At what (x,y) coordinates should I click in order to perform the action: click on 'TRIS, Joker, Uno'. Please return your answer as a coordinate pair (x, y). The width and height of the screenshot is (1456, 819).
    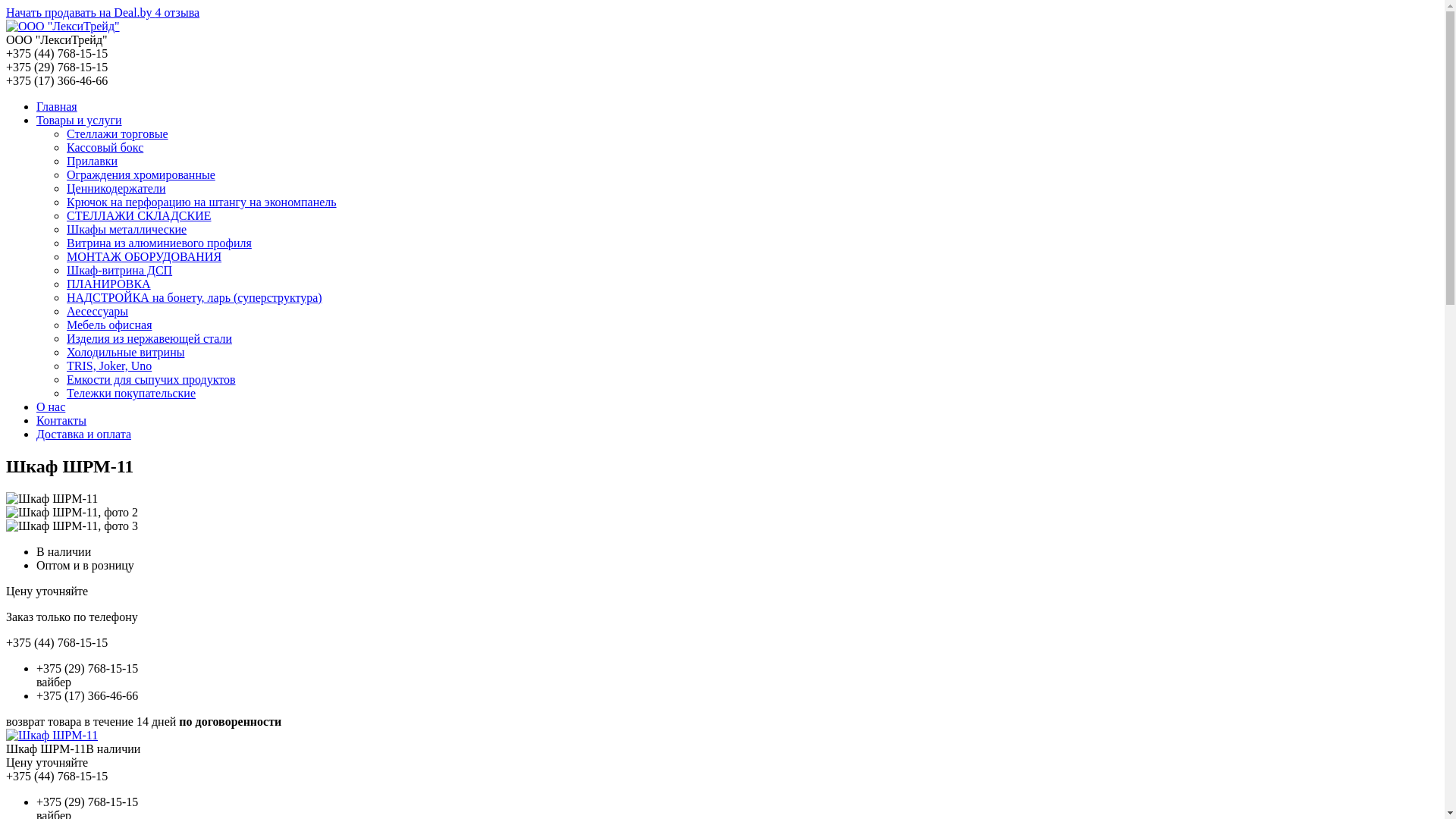
    Looking at the image, I should click on (108, 366).